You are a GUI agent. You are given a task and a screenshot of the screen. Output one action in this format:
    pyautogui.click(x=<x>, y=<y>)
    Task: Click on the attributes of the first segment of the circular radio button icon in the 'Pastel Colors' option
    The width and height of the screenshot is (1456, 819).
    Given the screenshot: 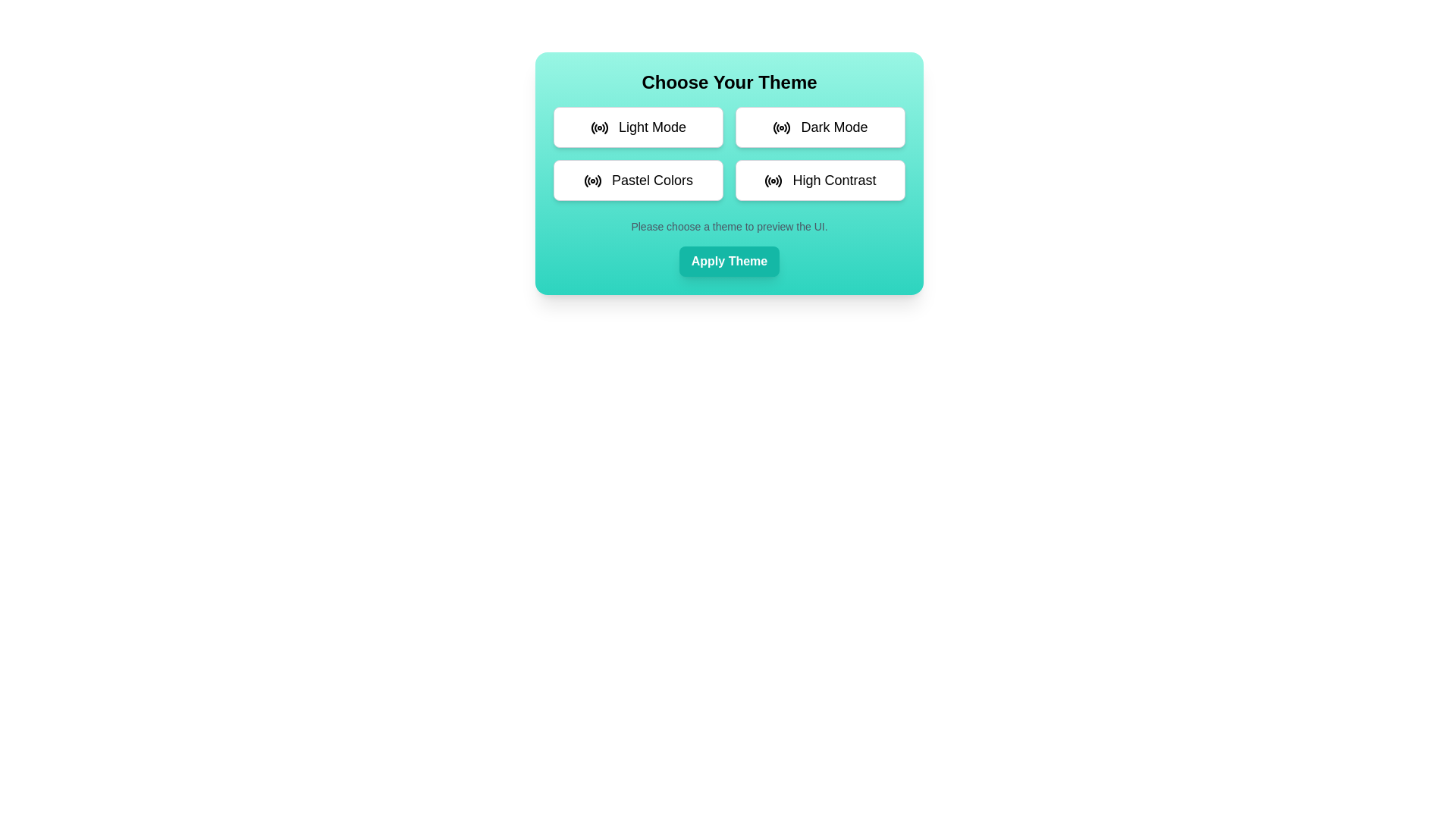 What is the action you would take?
    pyautogui.click(x=585, y=180)
    